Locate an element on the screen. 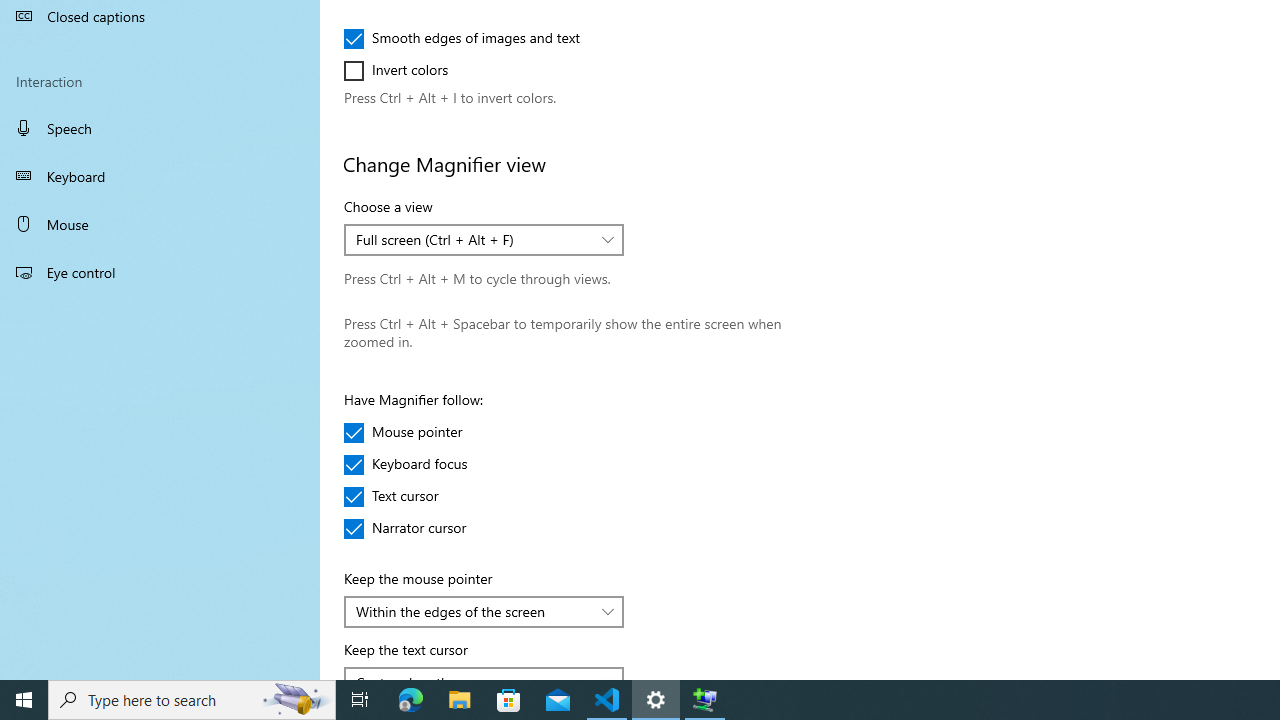 The image size is (1280, 720). 'Keyboard focus' is located at coordinates (405, 465).